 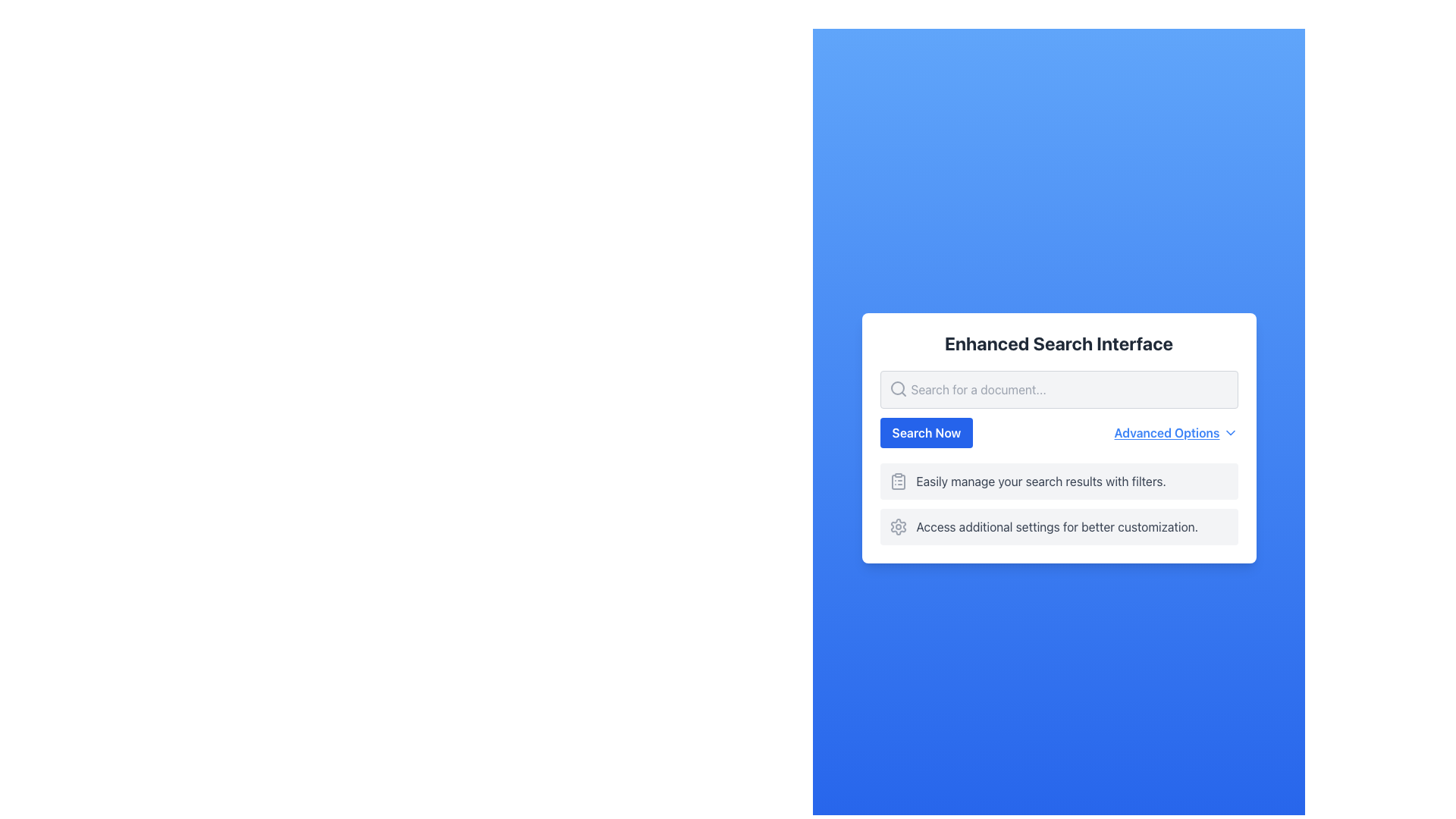 What do you see at coordinates (898, 526) in the screenshot?
I see `the settings icon located at the beginning of the row containing the text 'Access additional settings for better customization.'` at bounding box center [898, 526].